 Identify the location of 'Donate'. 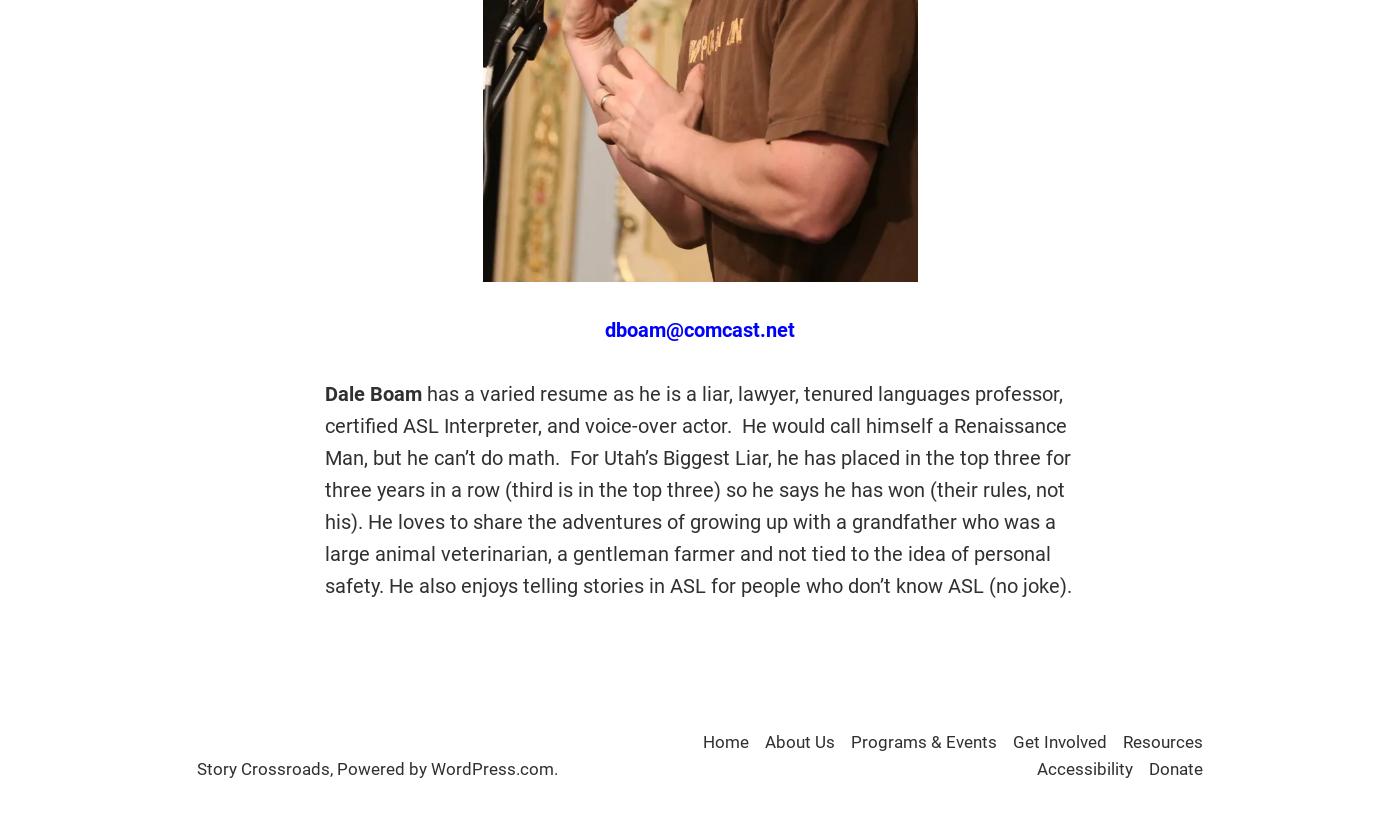
(1176, 768).